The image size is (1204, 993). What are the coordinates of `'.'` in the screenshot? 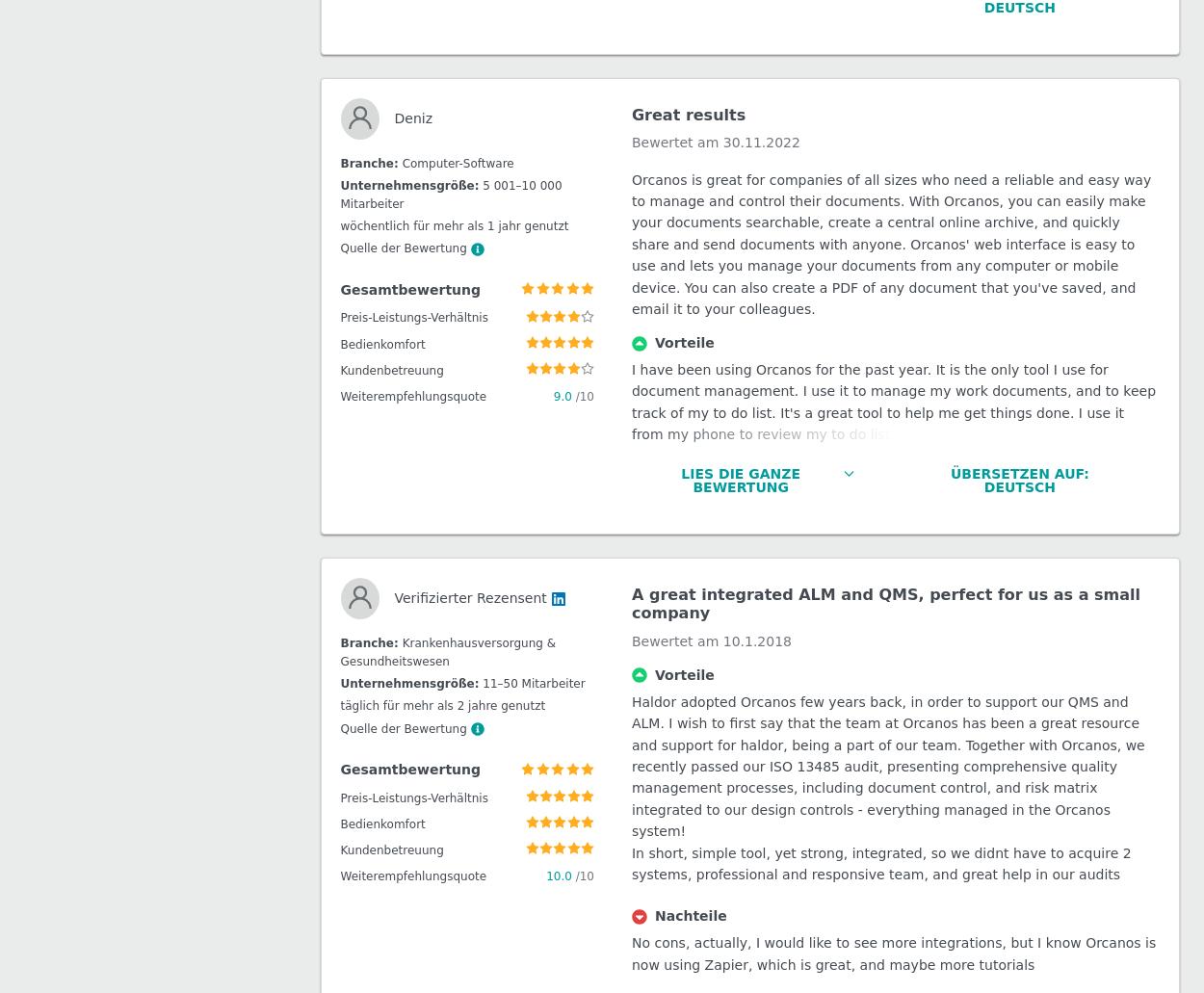 It's located at (841, 693).